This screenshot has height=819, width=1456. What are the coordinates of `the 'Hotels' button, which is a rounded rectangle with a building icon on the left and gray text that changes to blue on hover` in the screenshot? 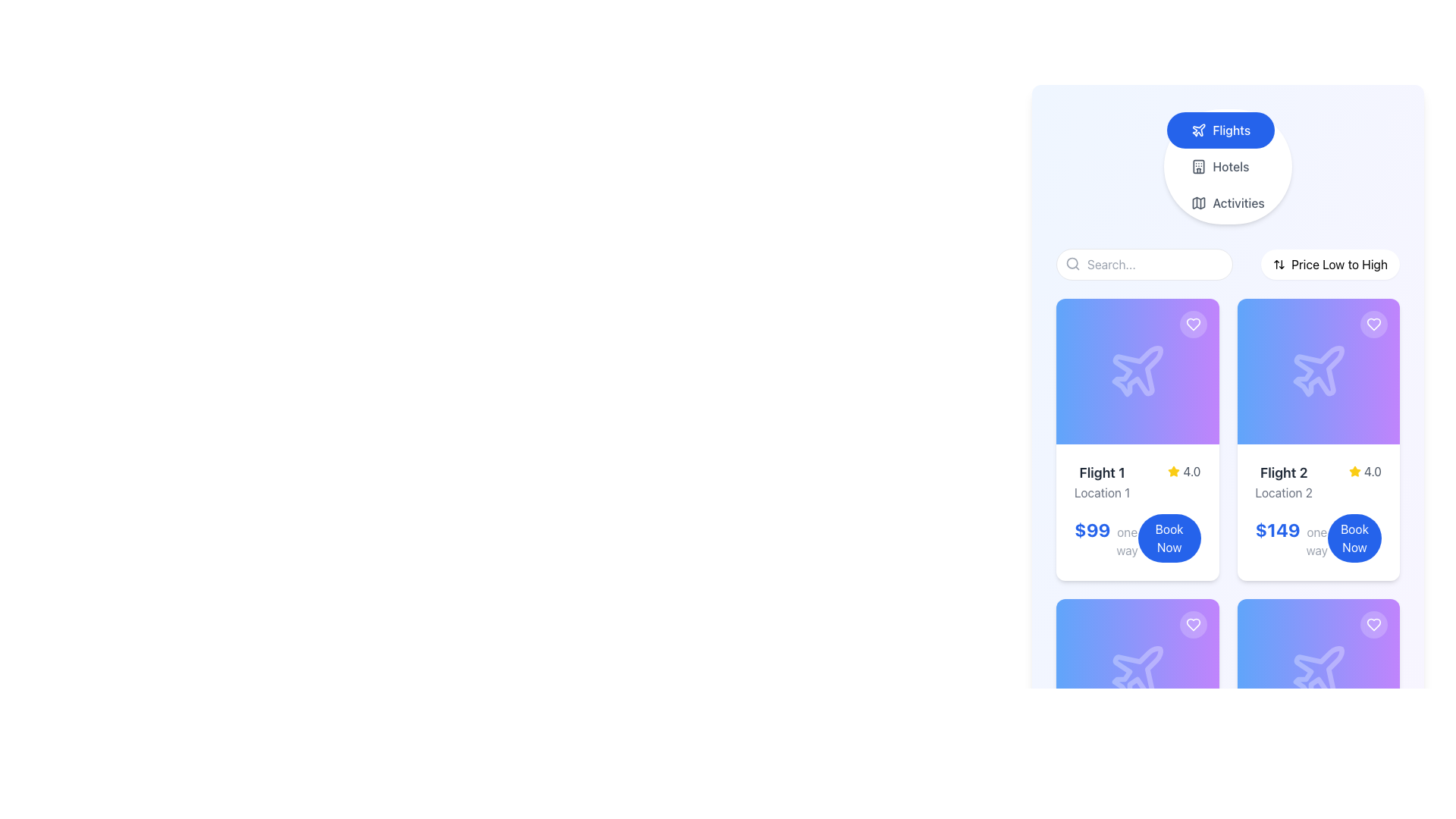 It's located at (1220, 166).